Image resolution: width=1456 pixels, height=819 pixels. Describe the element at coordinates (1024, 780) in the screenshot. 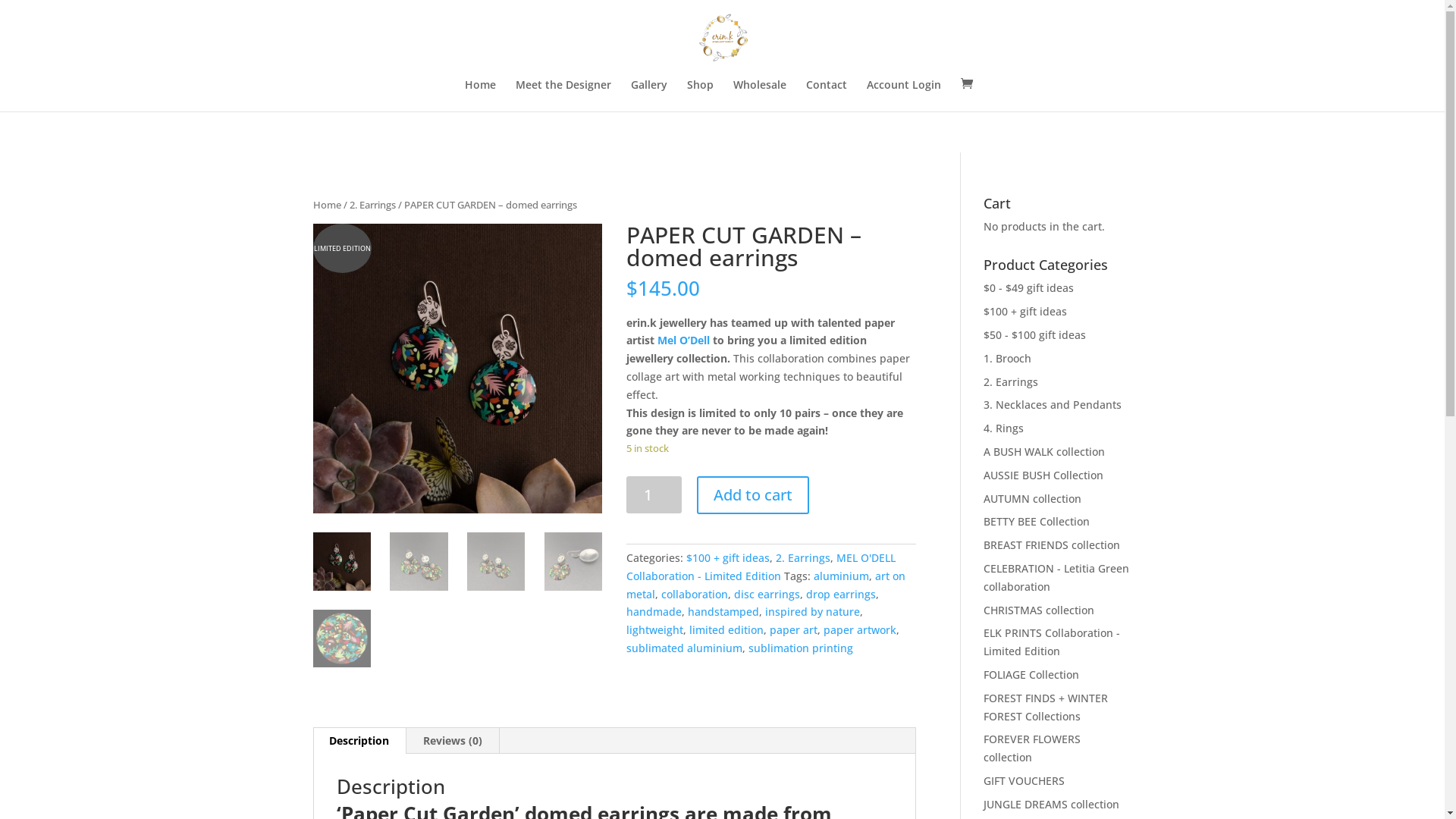

I see `'GIFT VOUCHERS'` at that location.